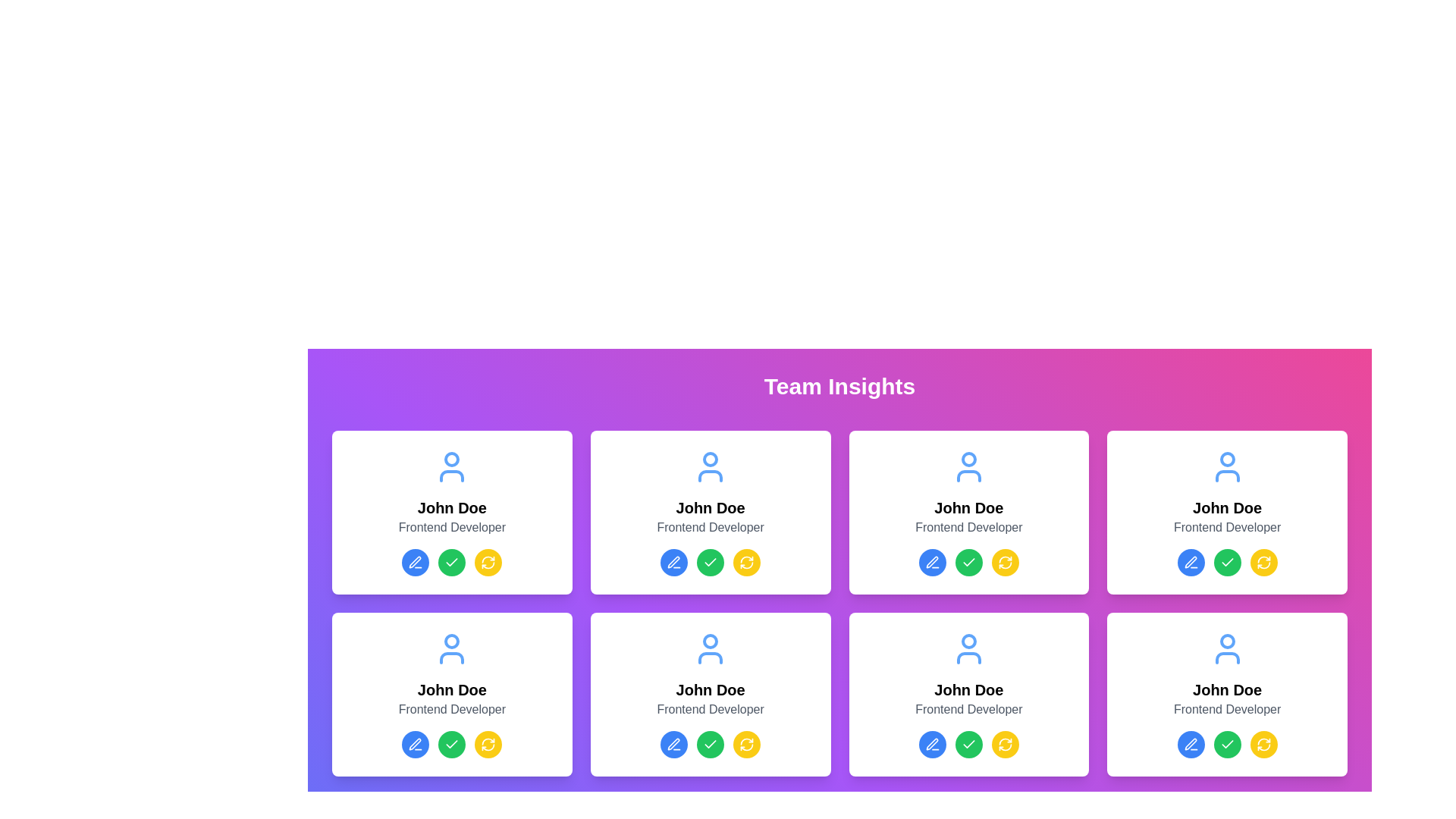  Describe the element at coordinates (968, 475) in the screenshot. I see `the lower half (torso) of the user icon in the third user card, which is part of a larger user icon composition styled with a blue stroke` at that location.